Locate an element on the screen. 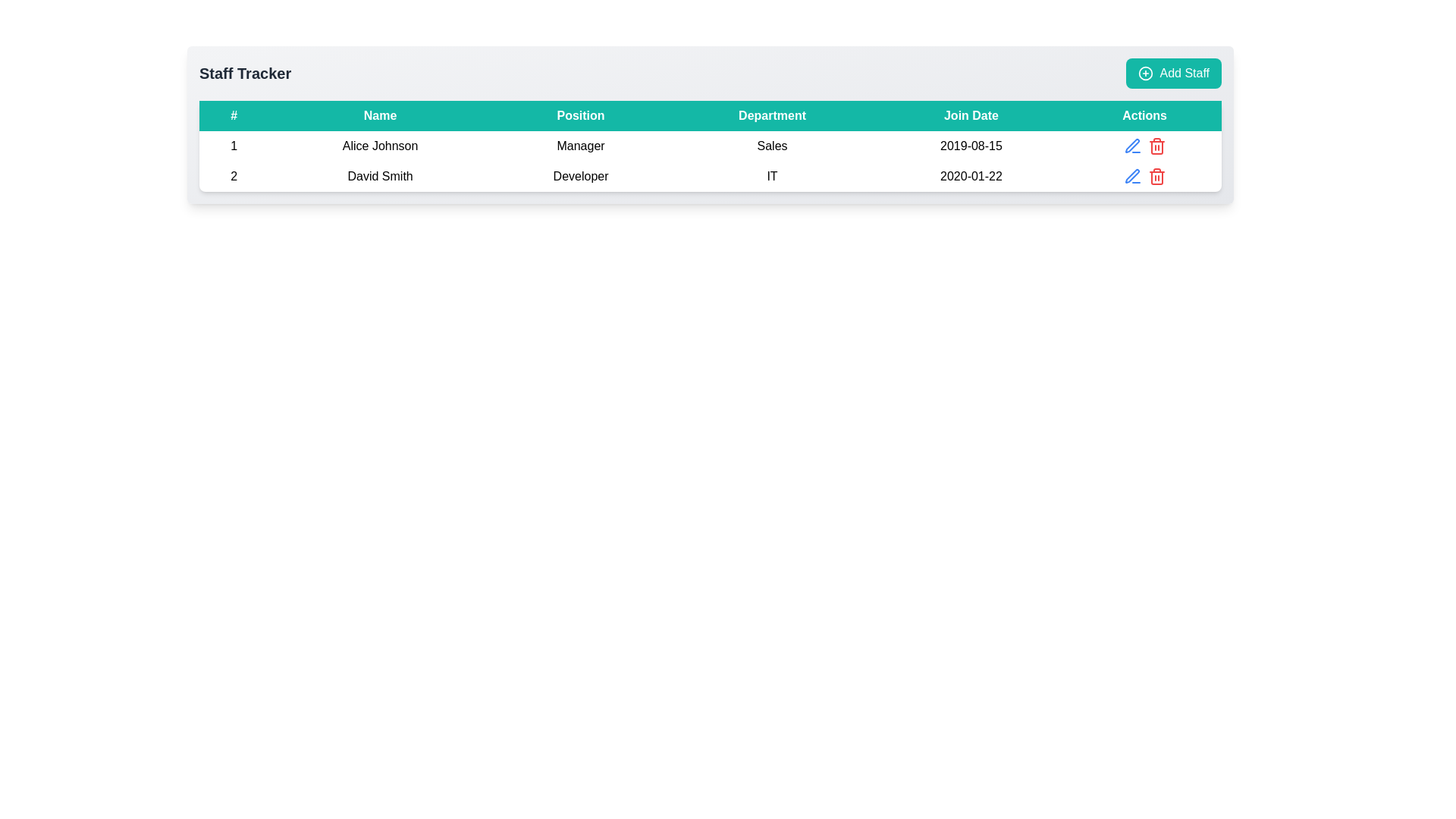 The image size is (1456, 819). the first column of the second row in the table, which serves as an identifier or index, located adjacent to the 'David Smith' text cell is located at coordinates (233, 175).